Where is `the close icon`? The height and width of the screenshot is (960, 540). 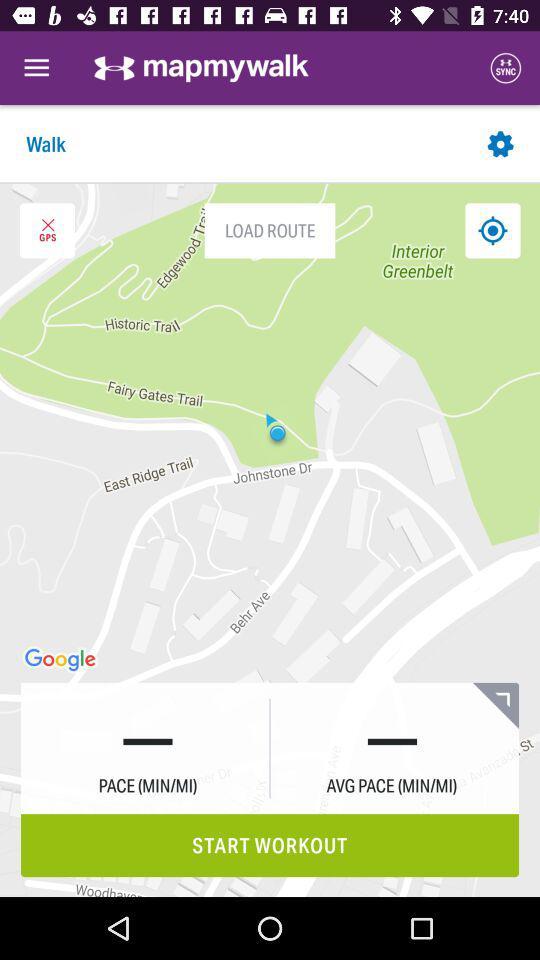 the close icon is located at coordinates (47, 230).